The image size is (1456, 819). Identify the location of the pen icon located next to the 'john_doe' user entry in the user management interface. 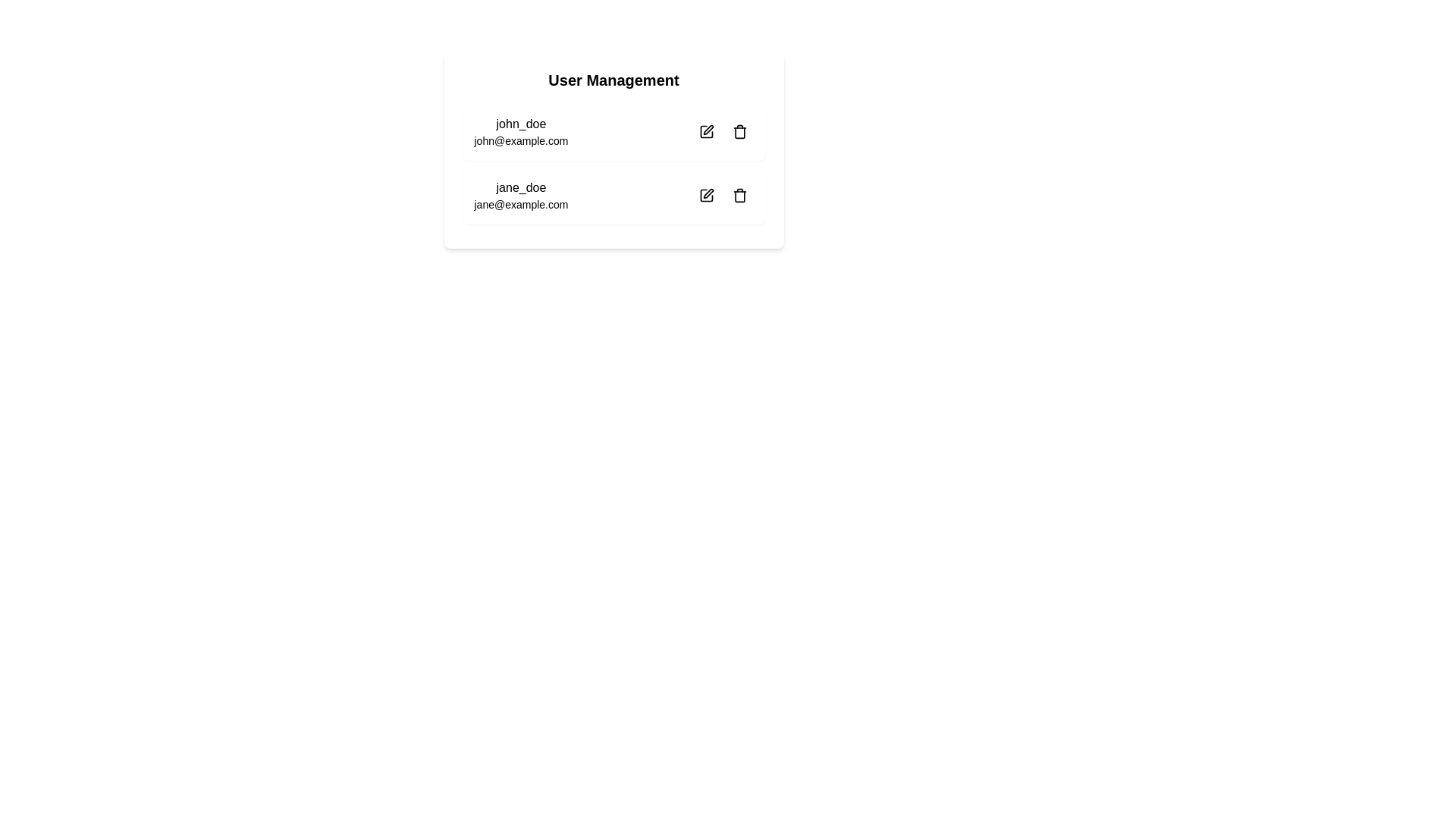
(708, 129).